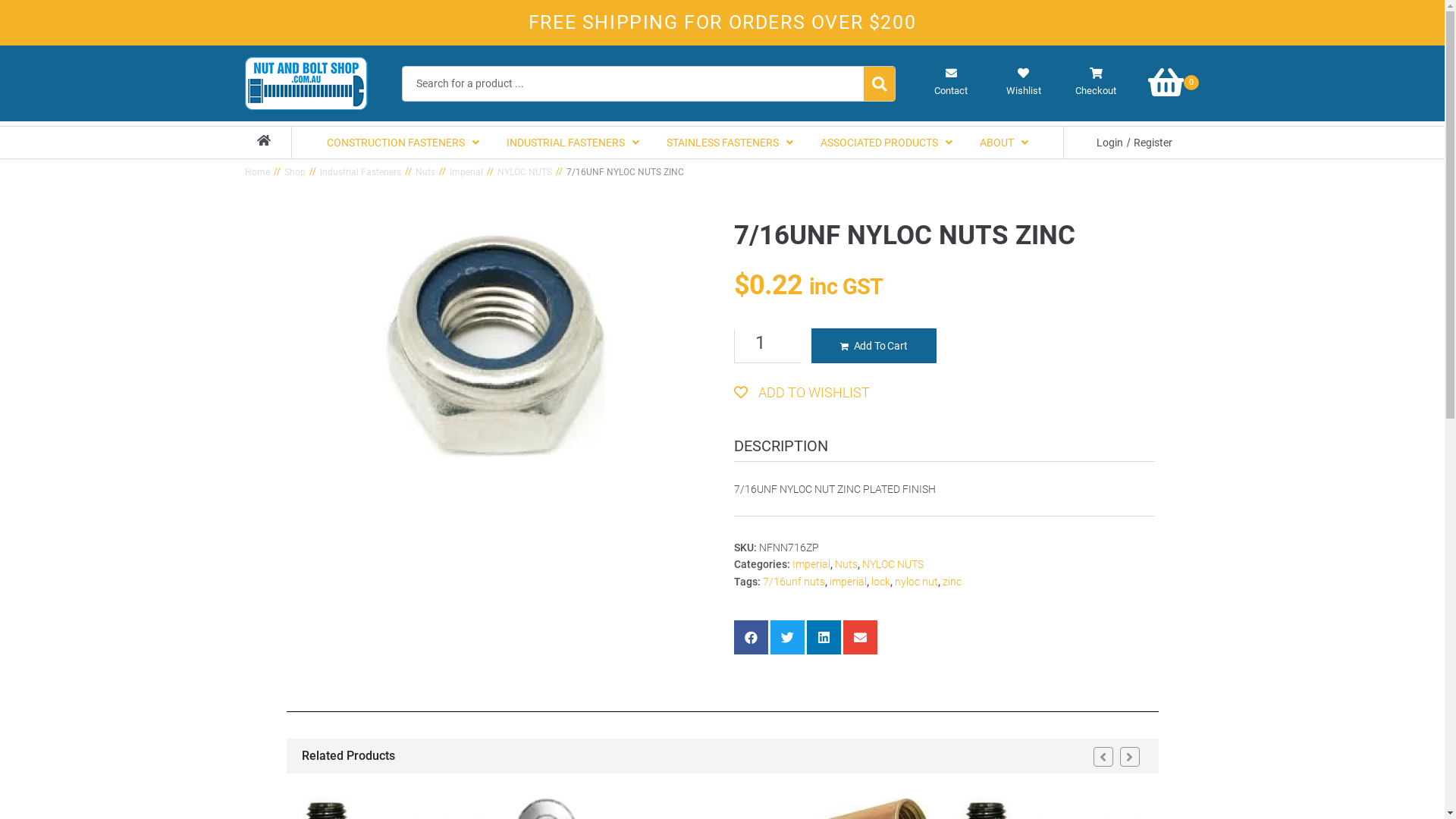 This screenshot has width=1456, height=819. What do you see at coordinates (425, 171) in the screenshot?
I see `'Nuts'` at bounding box center [425, 171].